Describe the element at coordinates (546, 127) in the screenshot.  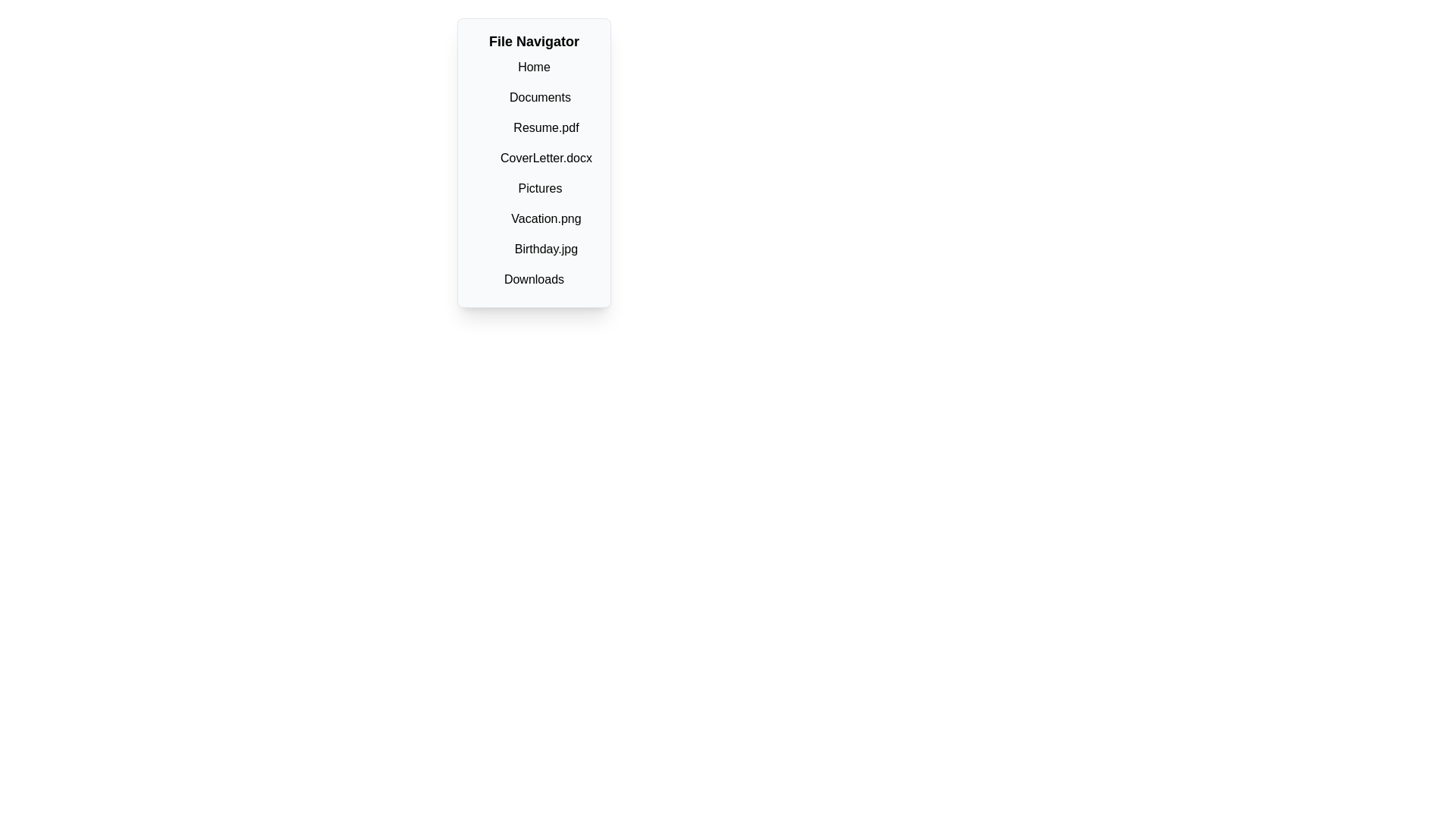
I see `the text item 'Resume.pdf' in the File Navigator list` at that location.